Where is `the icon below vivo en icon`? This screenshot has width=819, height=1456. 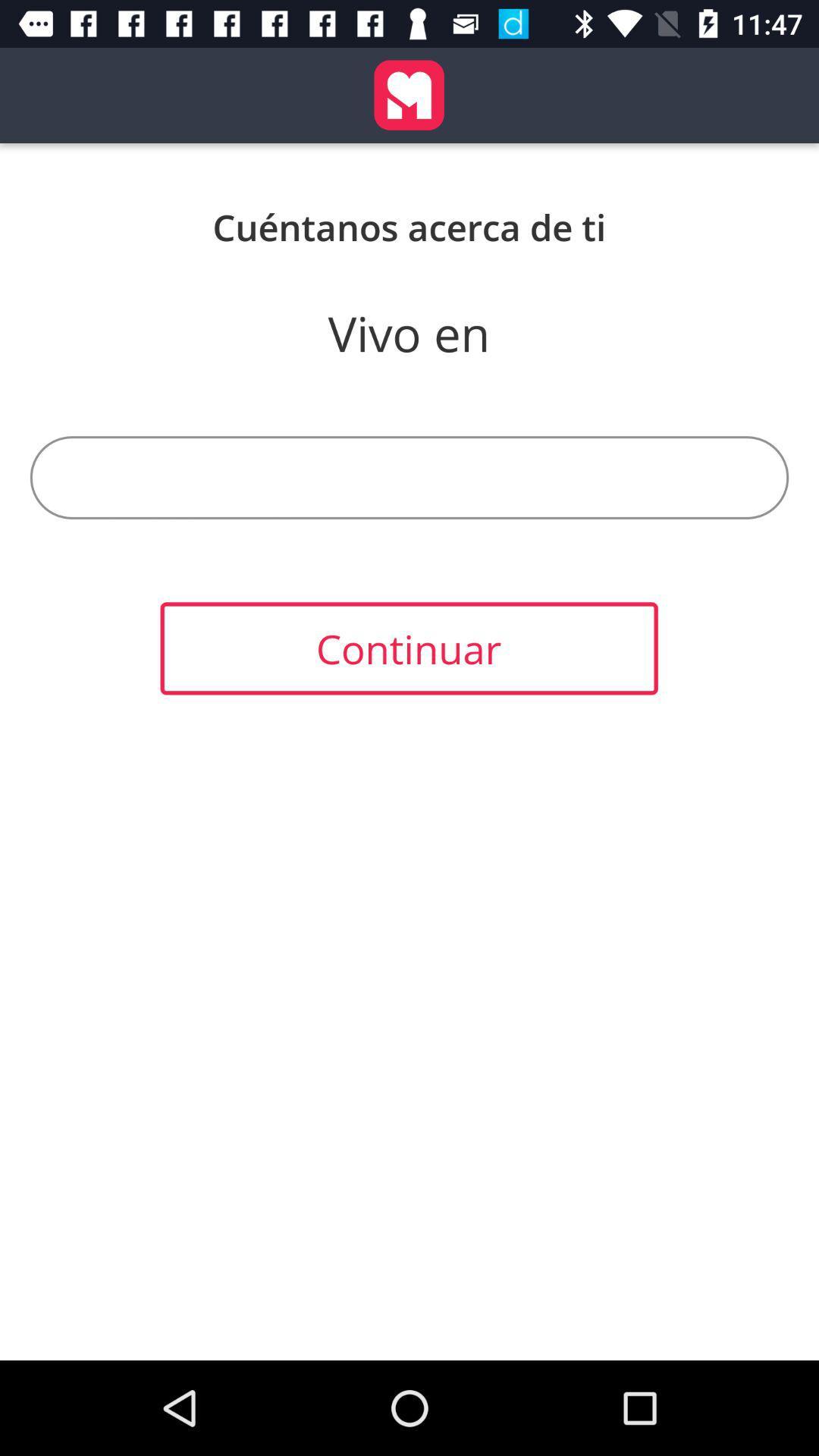
the icon below vivo en icon is located at coordinates (409, 476).